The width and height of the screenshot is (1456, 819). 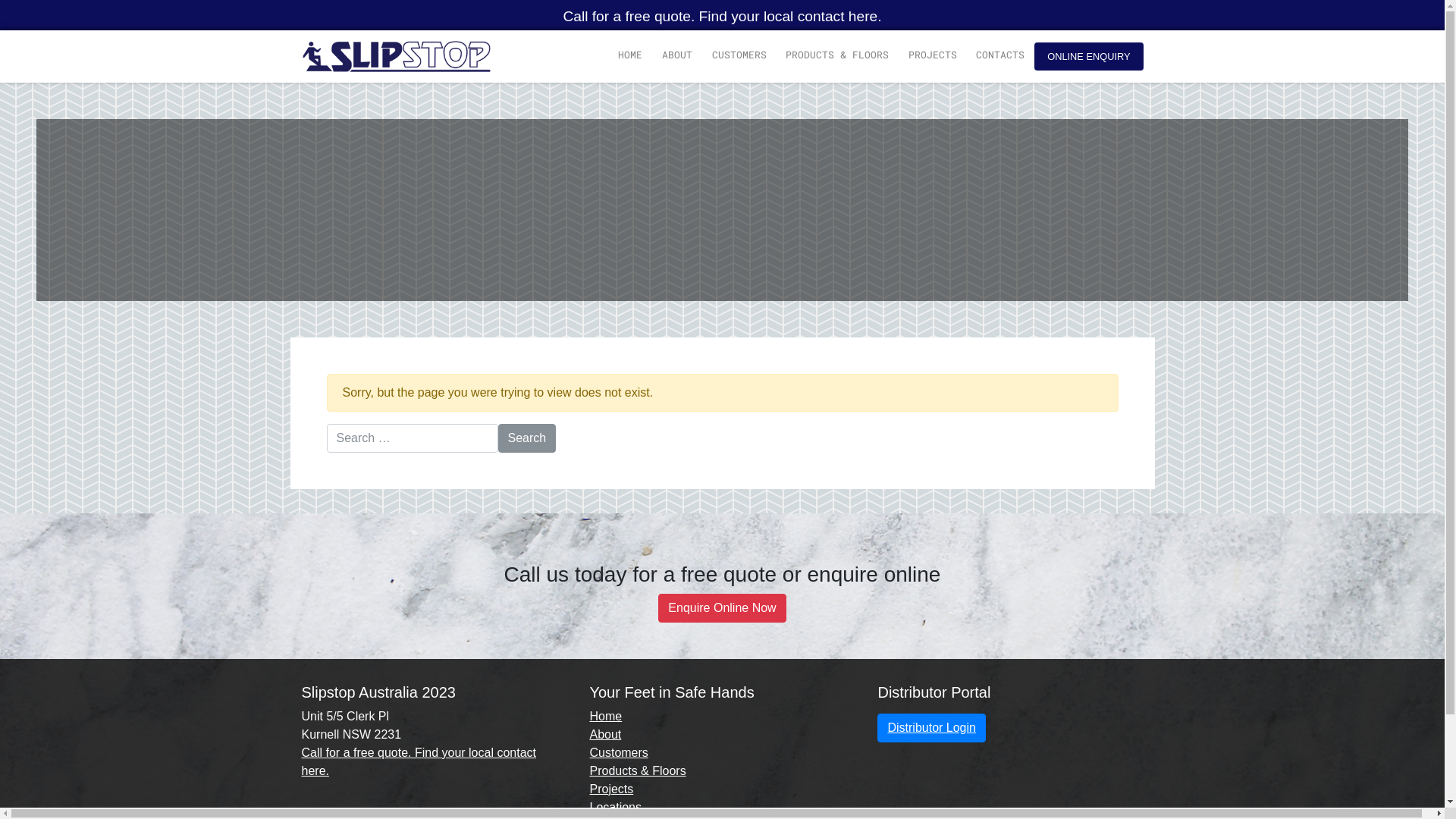 I want to click on 'About', so click(x=604, y=733).